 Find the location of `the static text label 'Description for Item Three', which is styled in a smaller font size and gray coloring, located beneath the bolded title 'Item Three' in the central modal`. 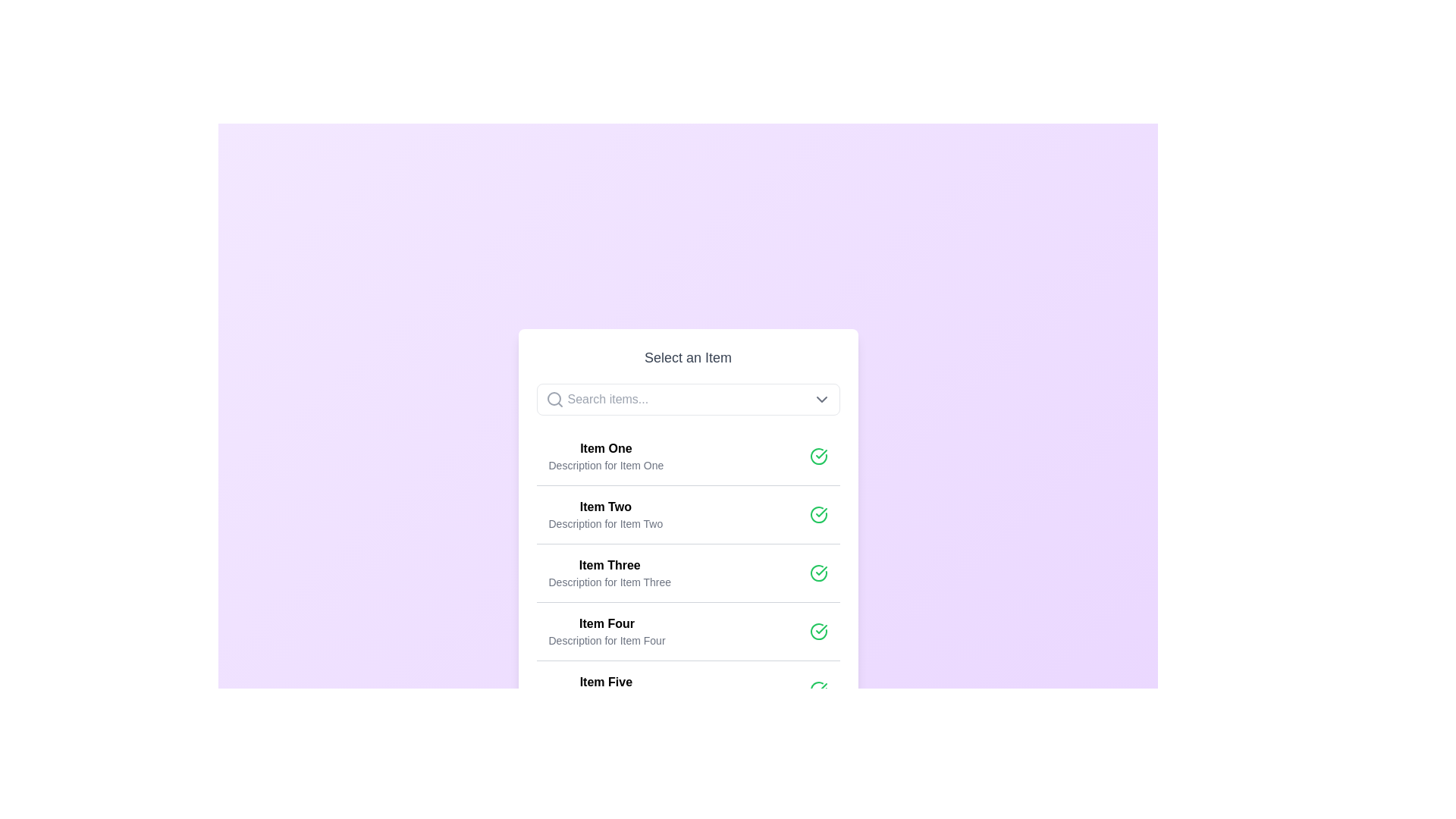

the static text label 'Description for Item Three', which is styled in a smaller font size and gray coloring, located beneath the bolded title 'Item Three' in the central modal is located at coordinates (610, 581).